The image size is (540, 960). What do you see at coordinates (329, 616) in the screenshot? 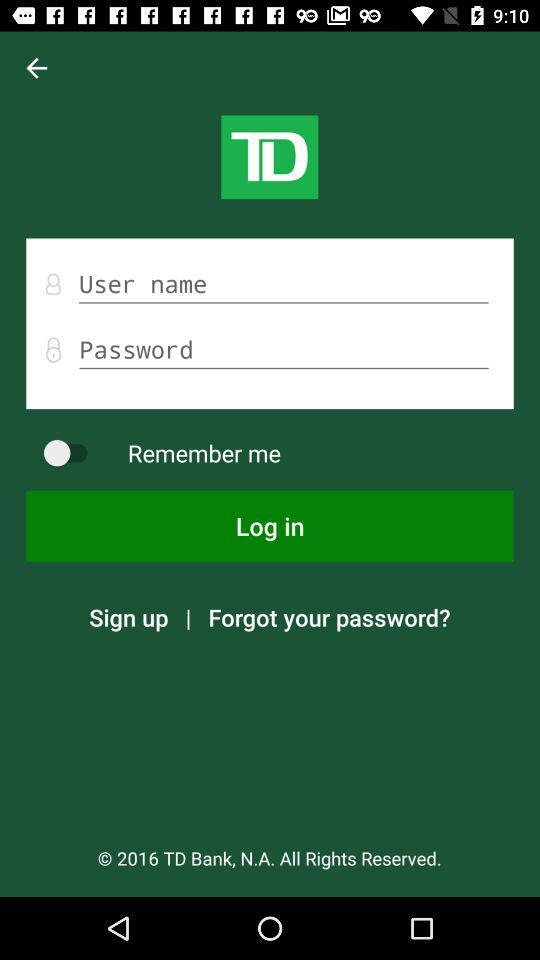
I see `icon above the 2016 td bank` at bounding box center [329, 616].